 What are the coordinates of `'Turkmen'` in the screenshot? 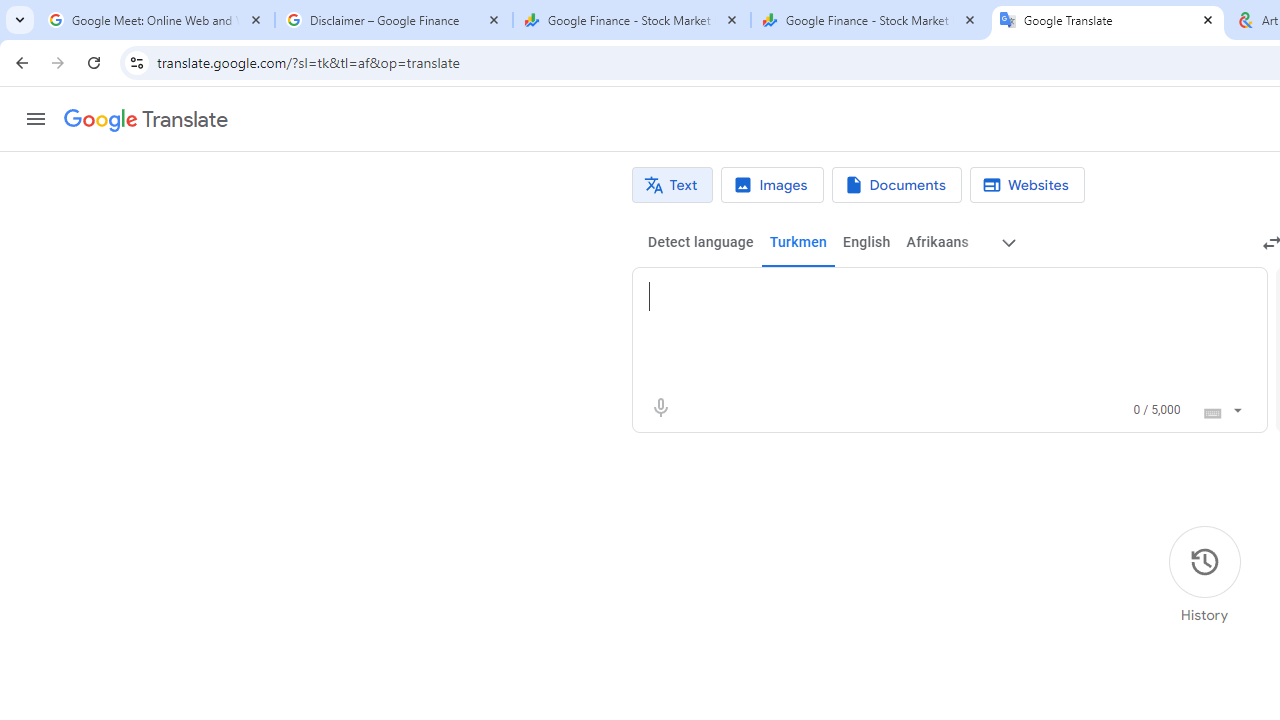 It's located at (797, 242).